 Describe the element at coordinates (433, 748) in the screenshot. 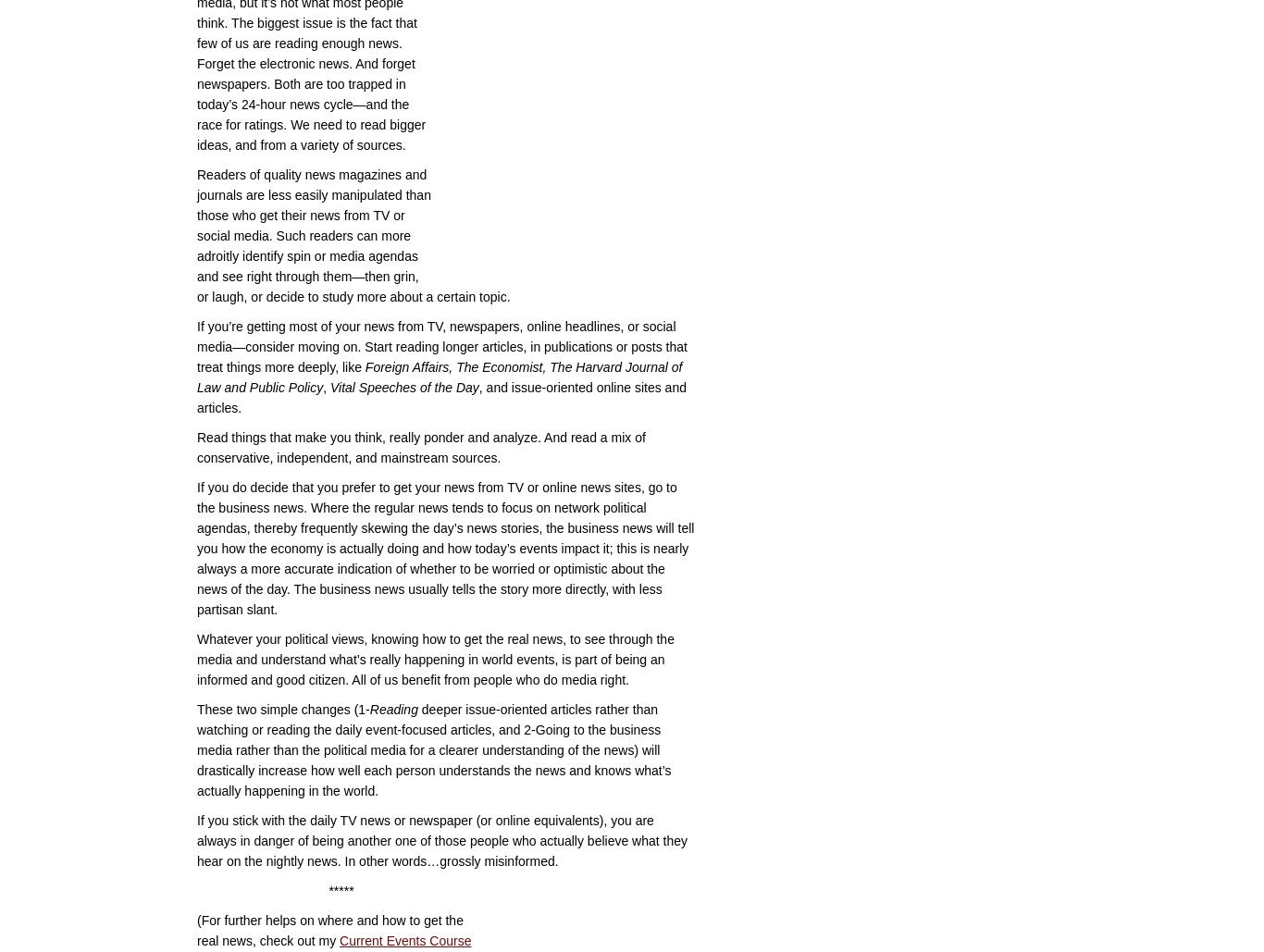

I see `'deeper issue-oriented articles rather than watching or reading the daily event-focused articles, and 2-Going to the business media rather than the political media for a clearer understanding of the news) will drastically increase how well each person understands the news and knows what’s actually happening in the world.'` at that location.